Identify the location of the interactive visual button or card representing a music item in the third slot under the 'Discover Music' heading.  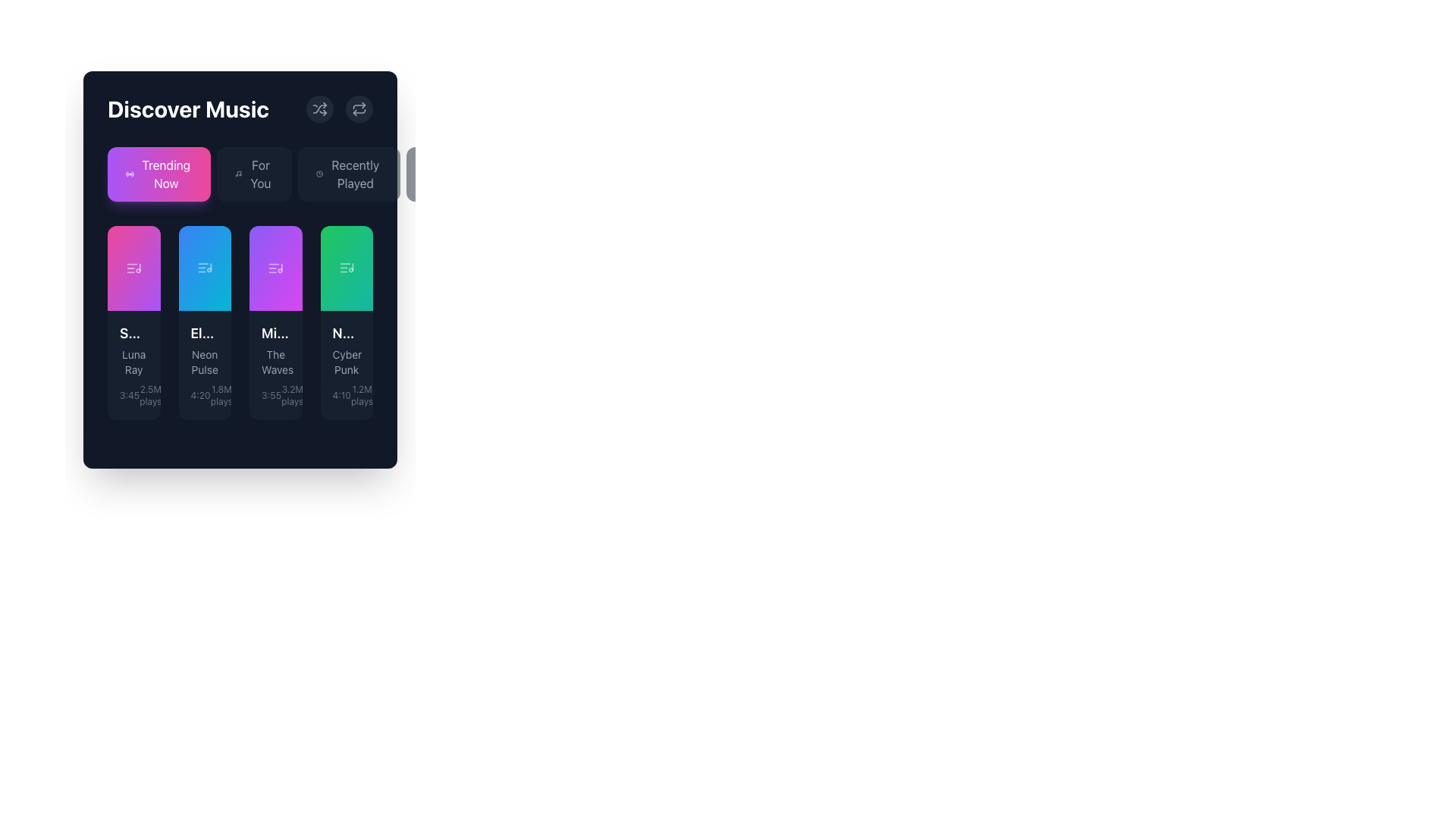
(275, 268).